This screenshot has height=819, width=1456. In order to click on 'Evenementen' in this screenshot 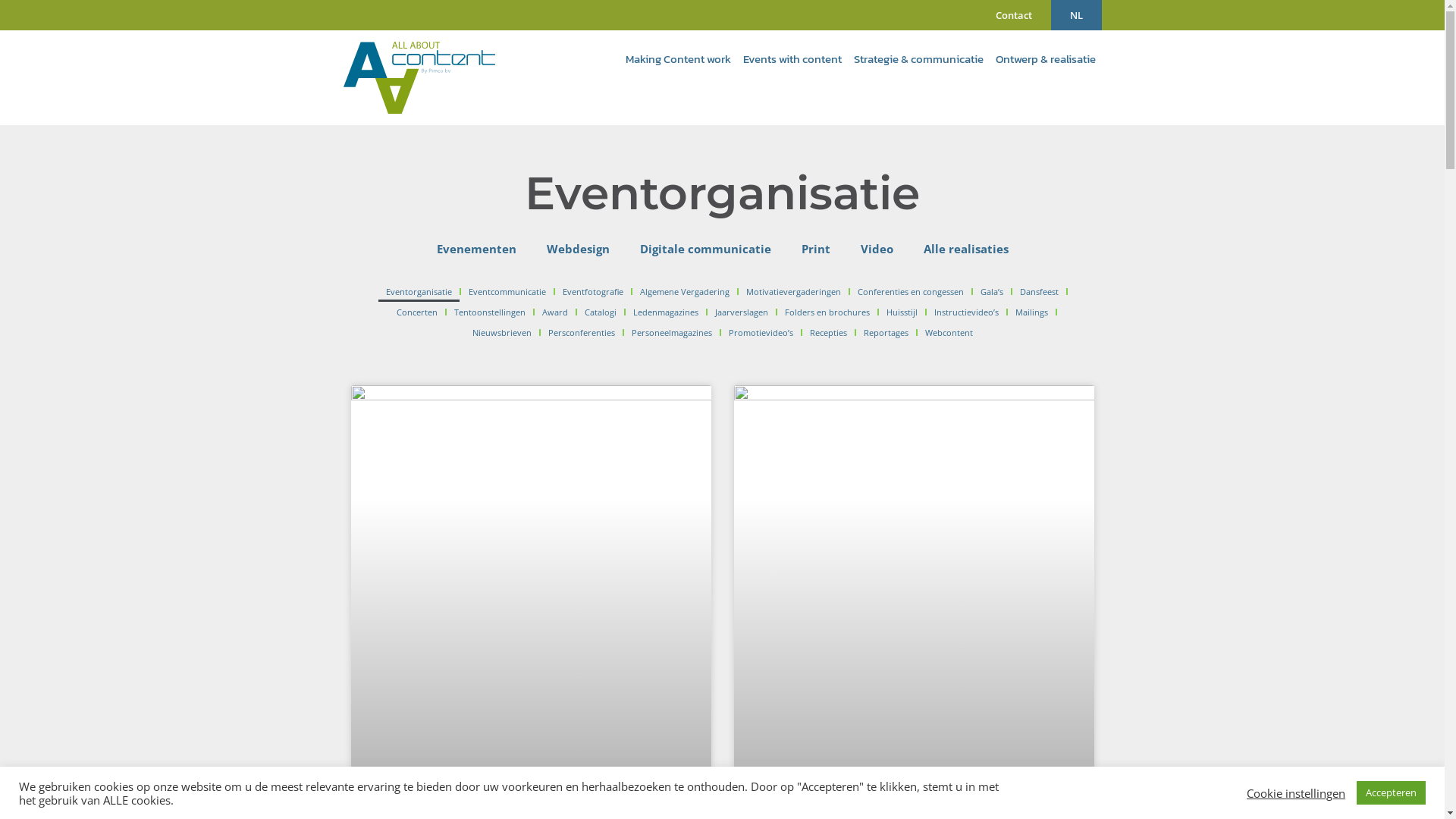, I will do `click(422, 247)`.